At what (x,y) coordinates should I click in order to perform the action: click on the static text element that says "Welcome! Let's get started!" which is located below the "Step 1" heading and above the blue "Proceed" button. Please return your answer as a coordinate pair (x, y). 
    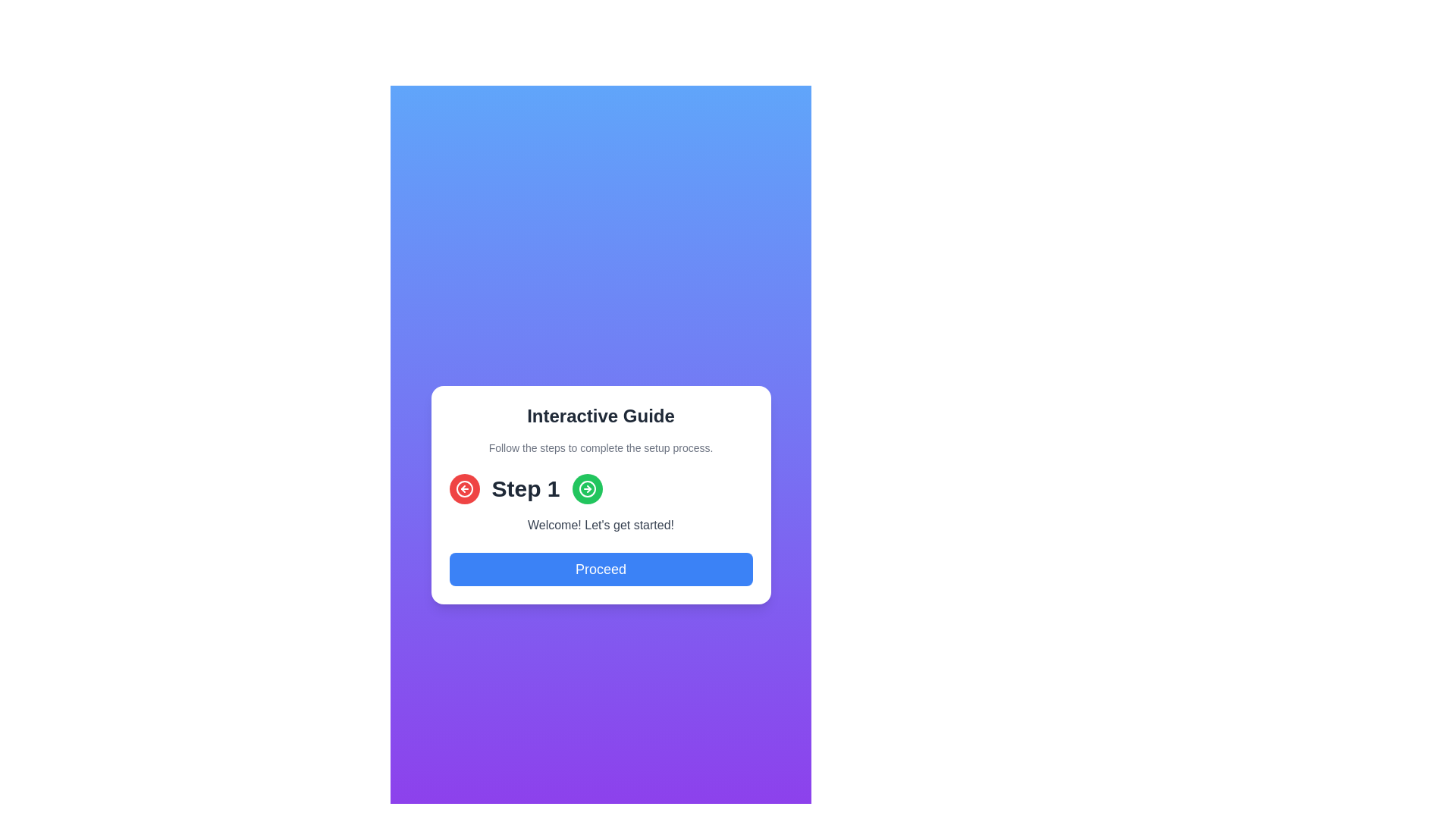
    Looking at the image, I should click on (600, 525).